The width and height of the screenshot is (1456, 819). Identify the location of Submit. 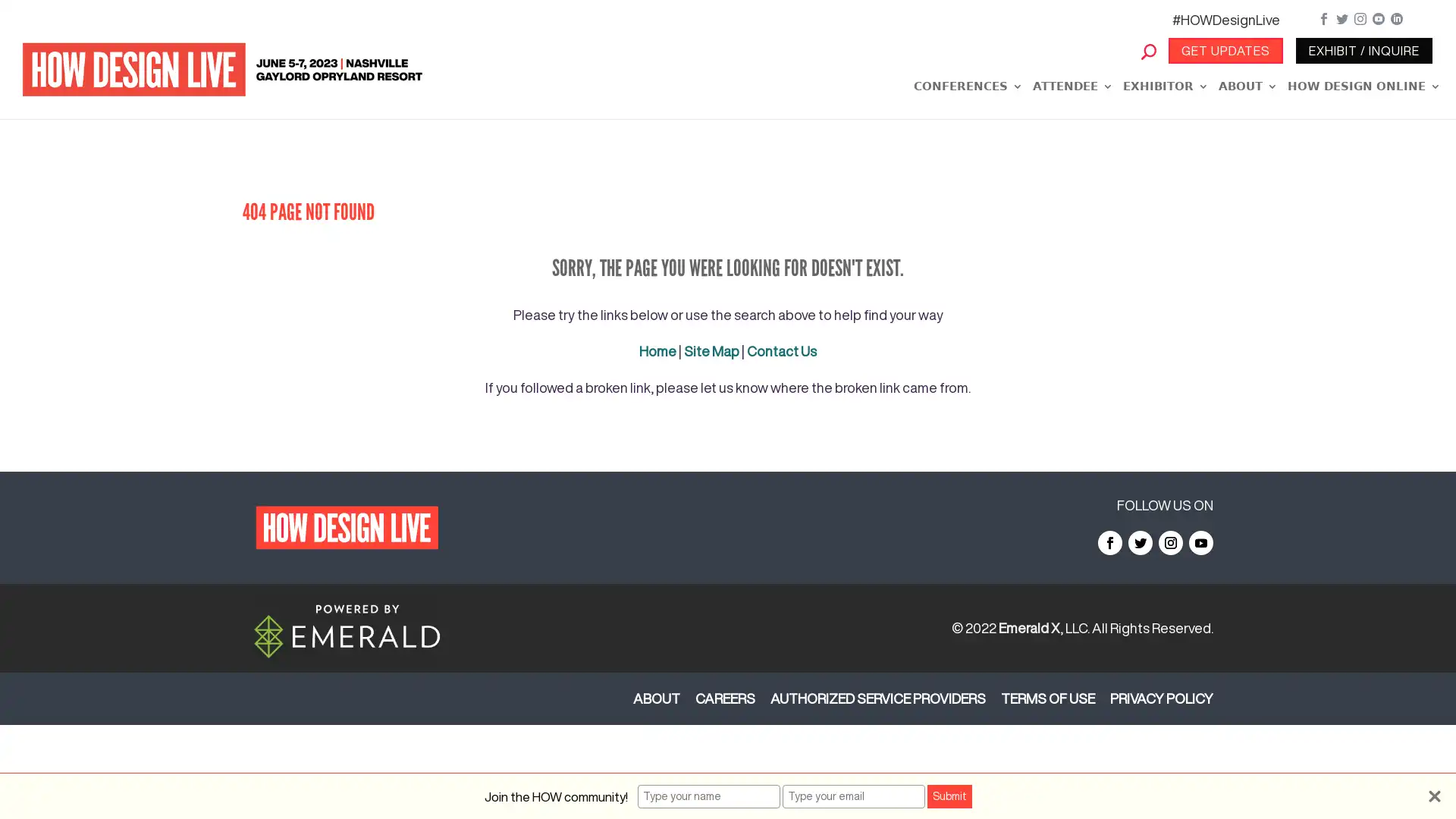
(948, 795).